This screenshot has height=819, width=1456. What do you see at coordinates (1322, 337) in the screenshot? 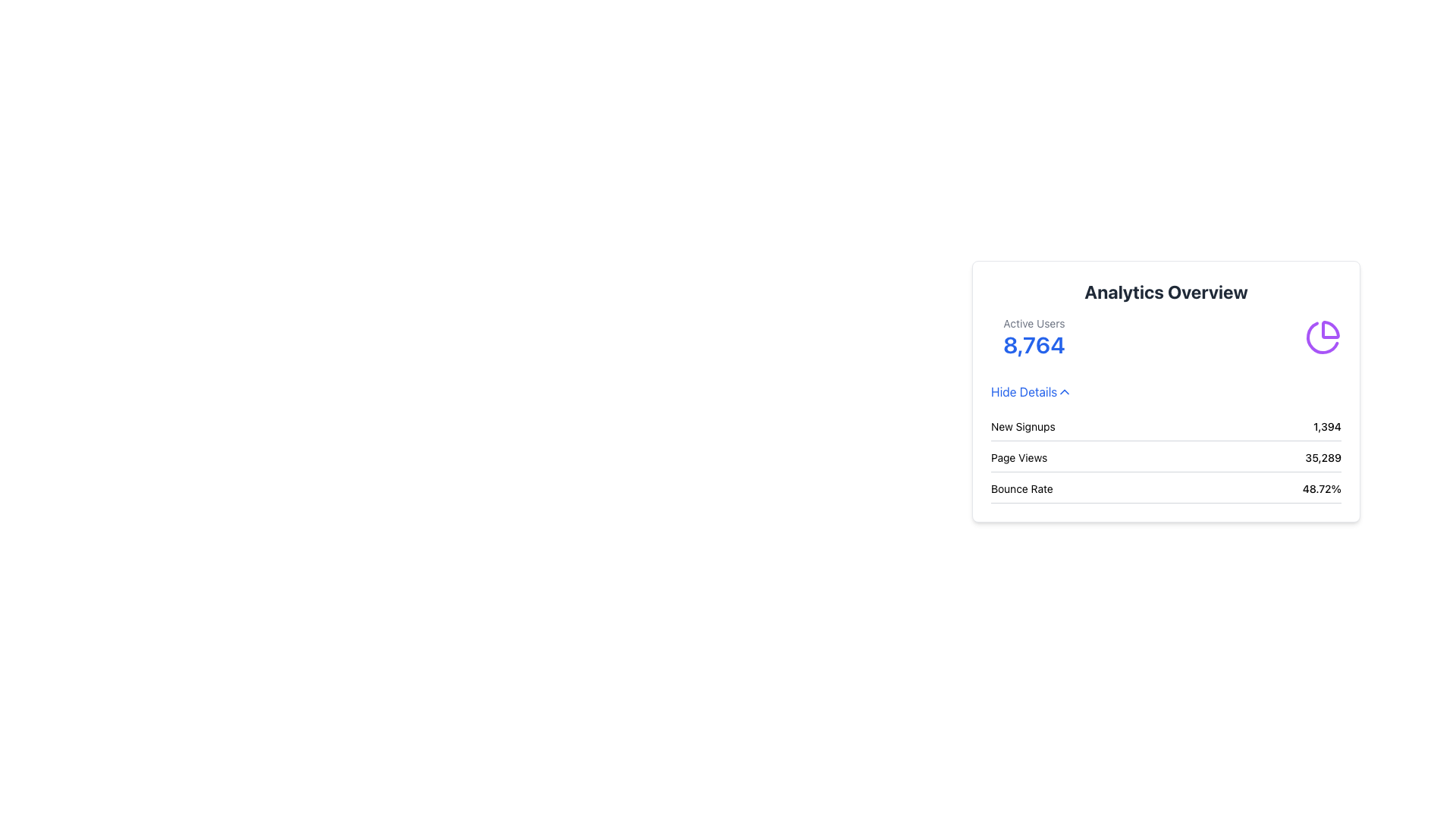
I see `the purple-colored pie chart icon located in the 'Analytics Overview' card at the top right corner, which resembles an abstract clock or chart composition` at bounding box center [1322, 337].